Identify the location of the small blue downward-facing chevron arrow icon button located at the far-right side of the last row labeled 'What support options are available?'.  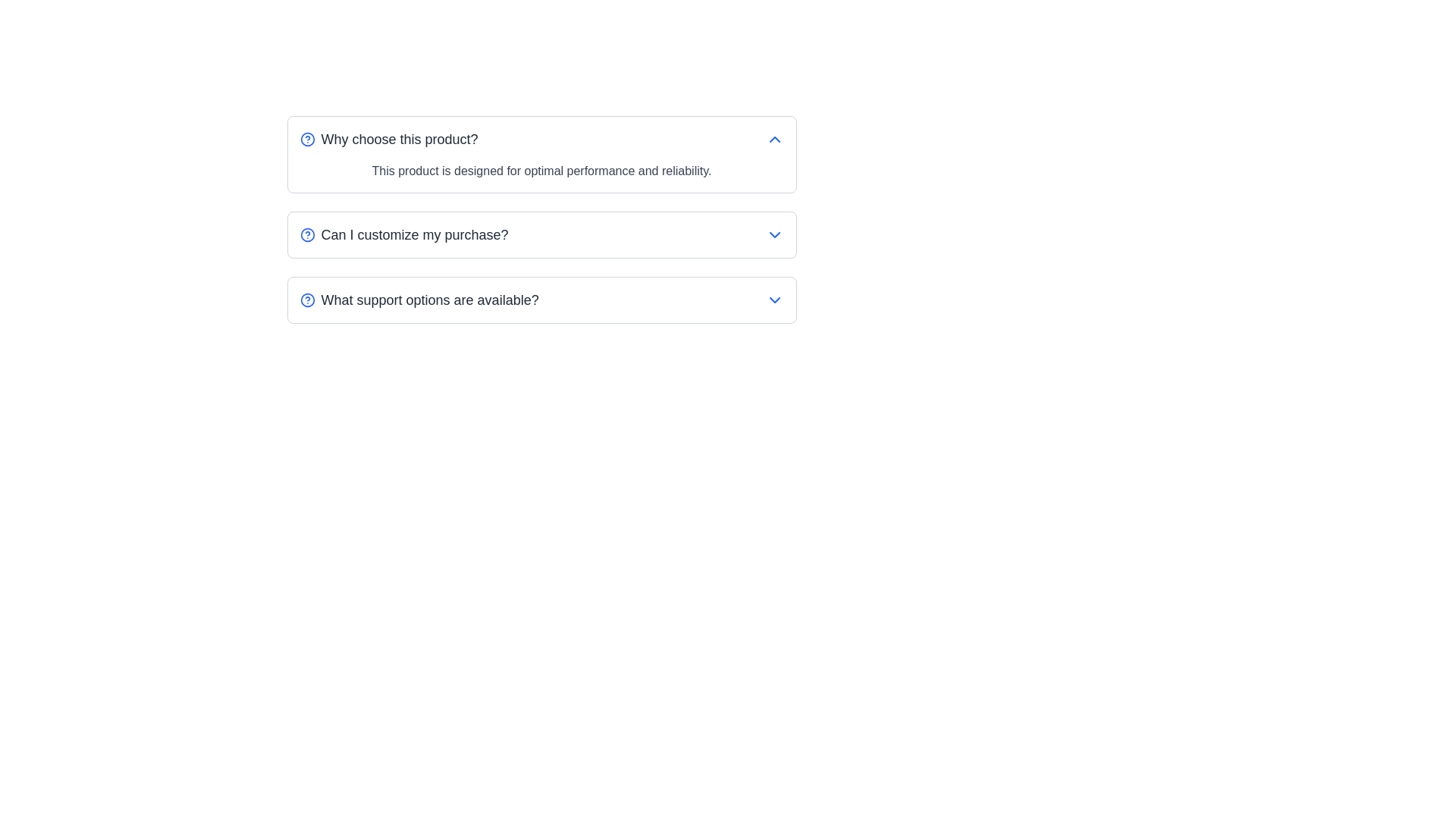
(774, 300).